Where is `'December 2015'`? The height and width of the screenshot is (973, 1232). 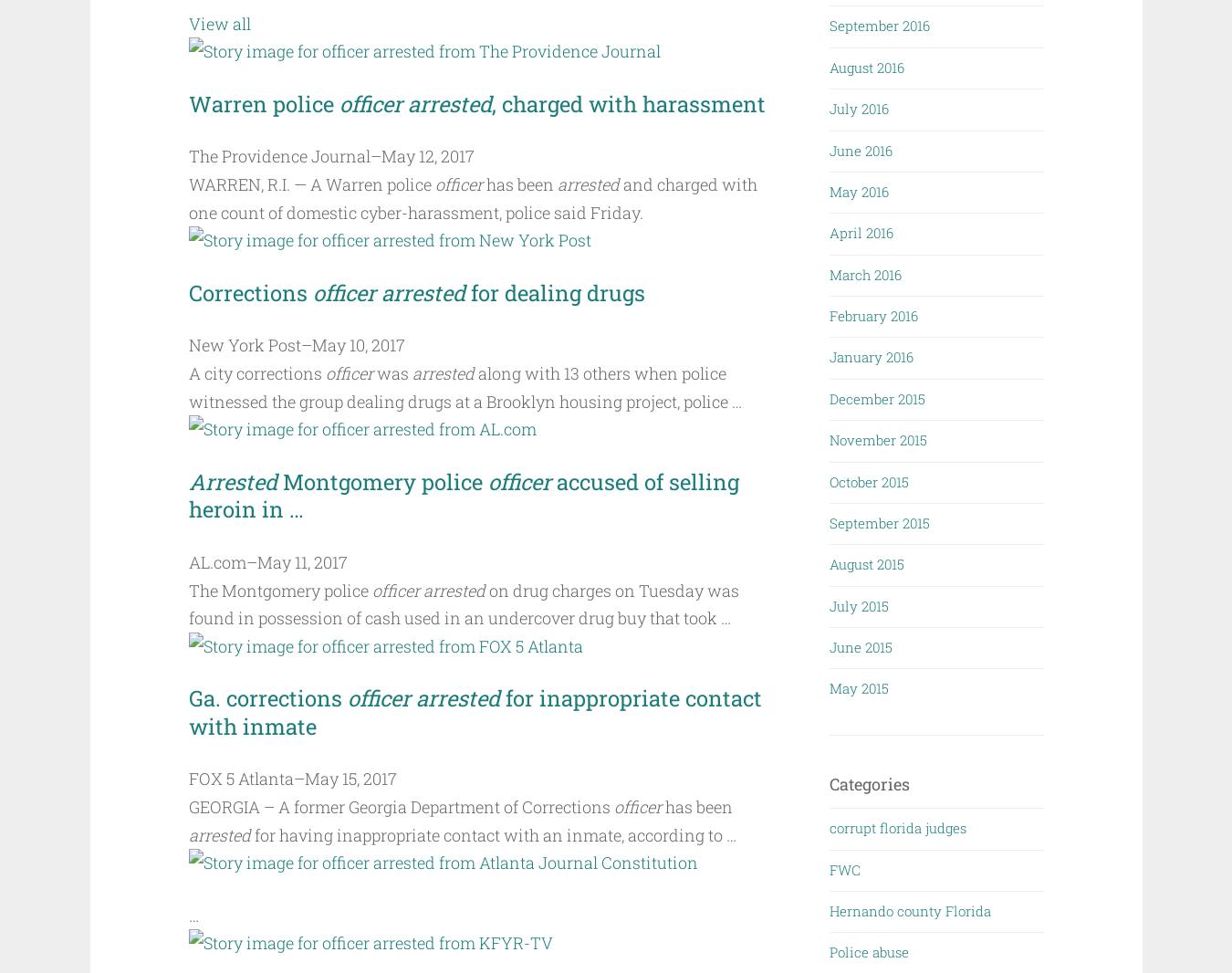
'December 2015' is located at coordinates (876, 397).